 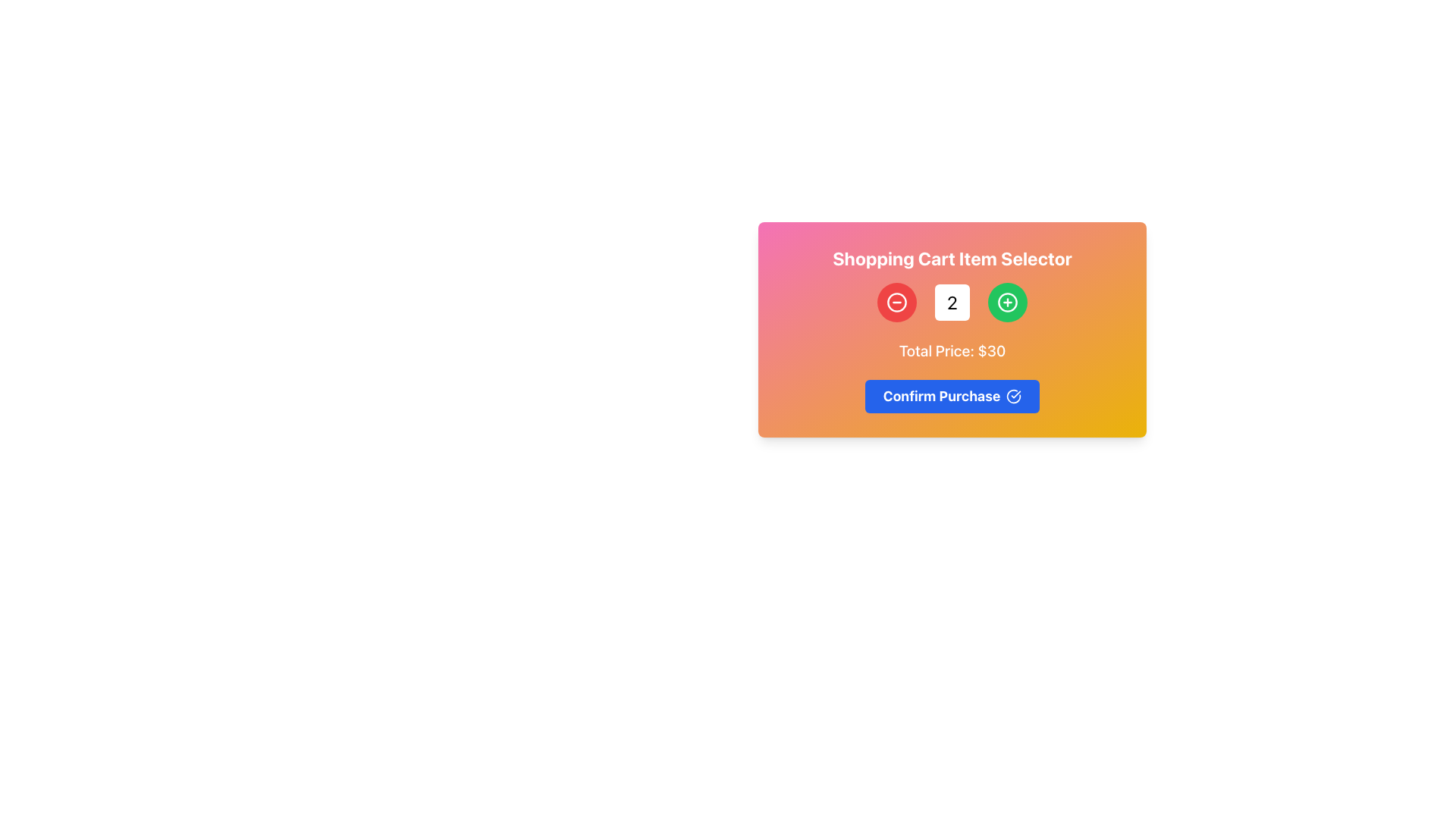 What do you see at coordinates (897, 302) in the screenshot?
I see `the button used to decrease the quantity displayed in the adjacent white box` at bounding box center [897, 302].